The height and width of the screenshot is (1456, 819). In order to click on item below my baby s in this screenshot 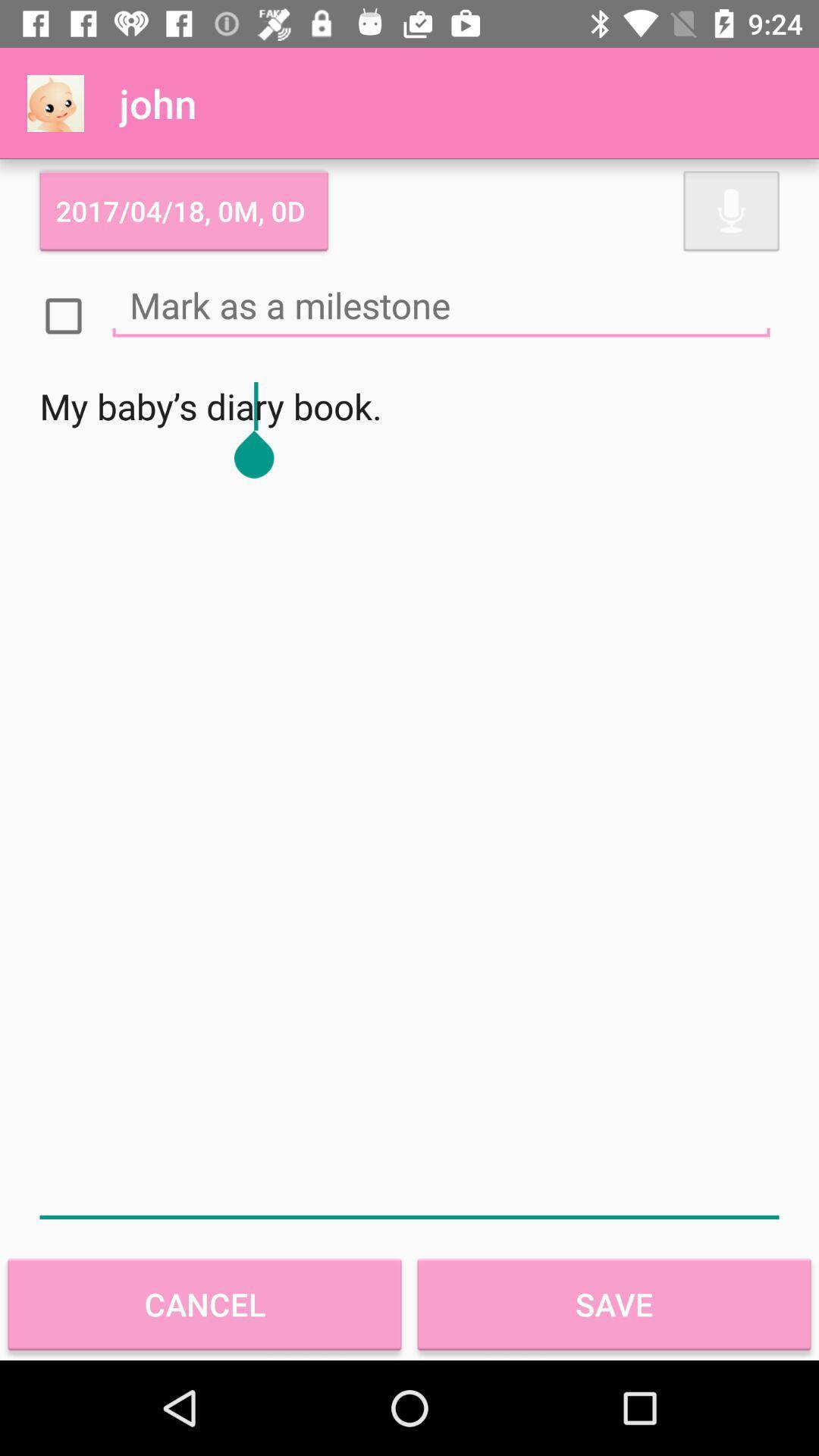, I will do `click(205, 1304)`.